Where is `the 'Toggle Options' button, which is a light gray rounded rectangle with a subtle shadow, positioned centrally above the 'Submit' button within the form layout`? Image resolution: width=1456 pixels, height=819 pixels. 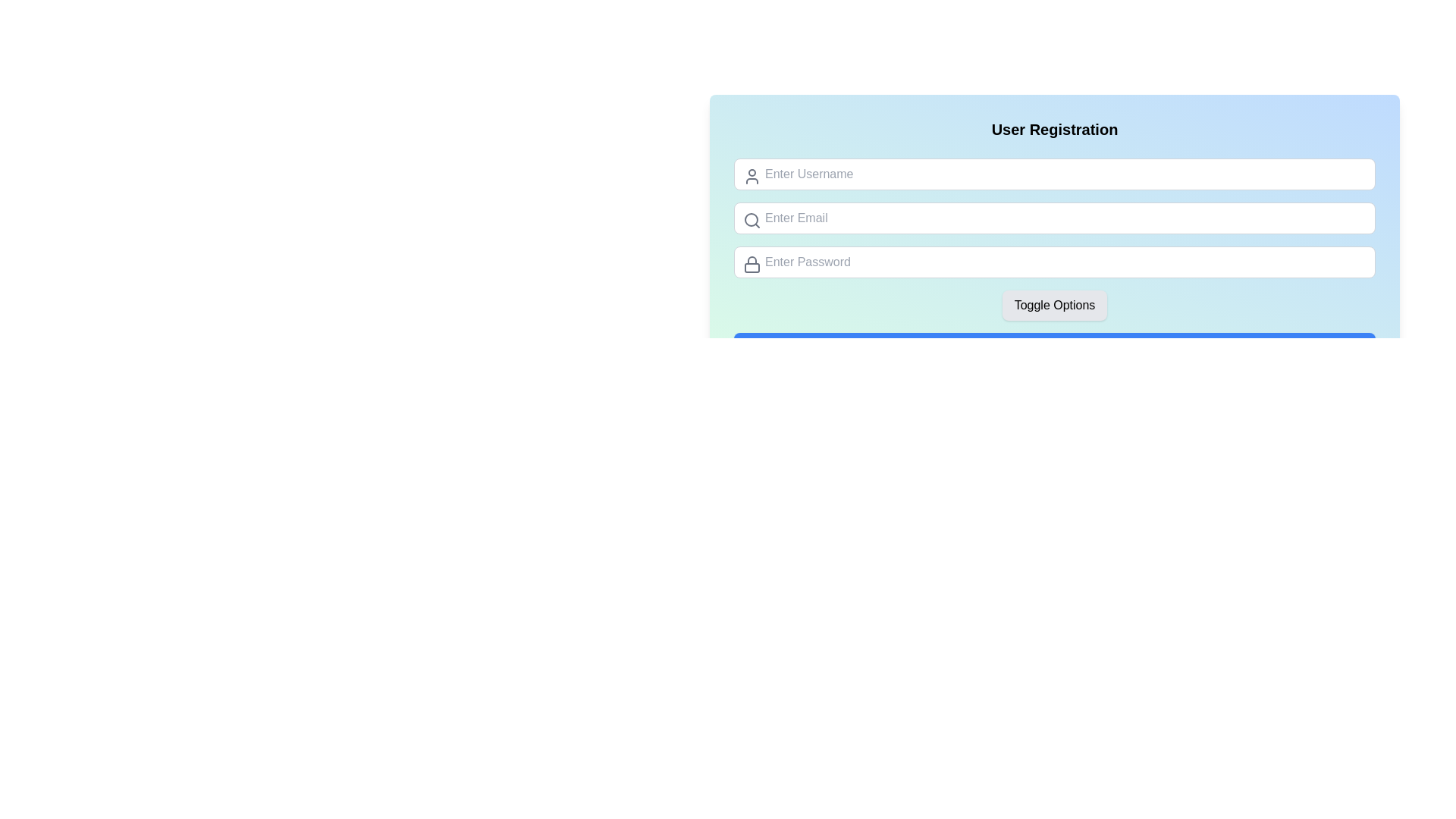 the 'Toggle Options' button, which is a light gray rounded rectangle with a subtle shadow, positioned centrally above the 'Submit' button within the form layout is located at coordinates (1054, 305).